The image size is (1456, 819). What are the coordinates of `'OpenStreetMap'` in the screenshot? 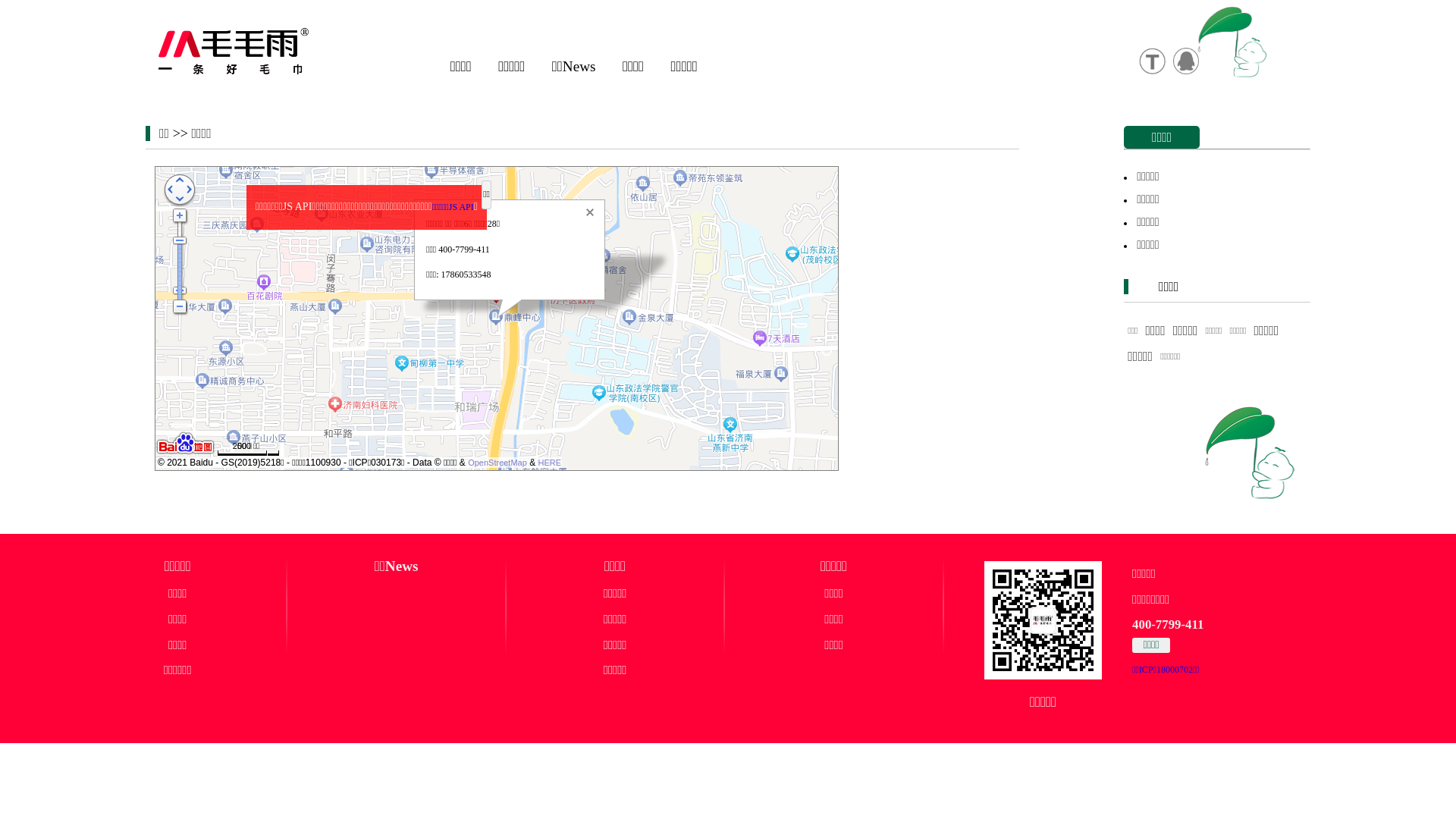 It's located at (497, 461).